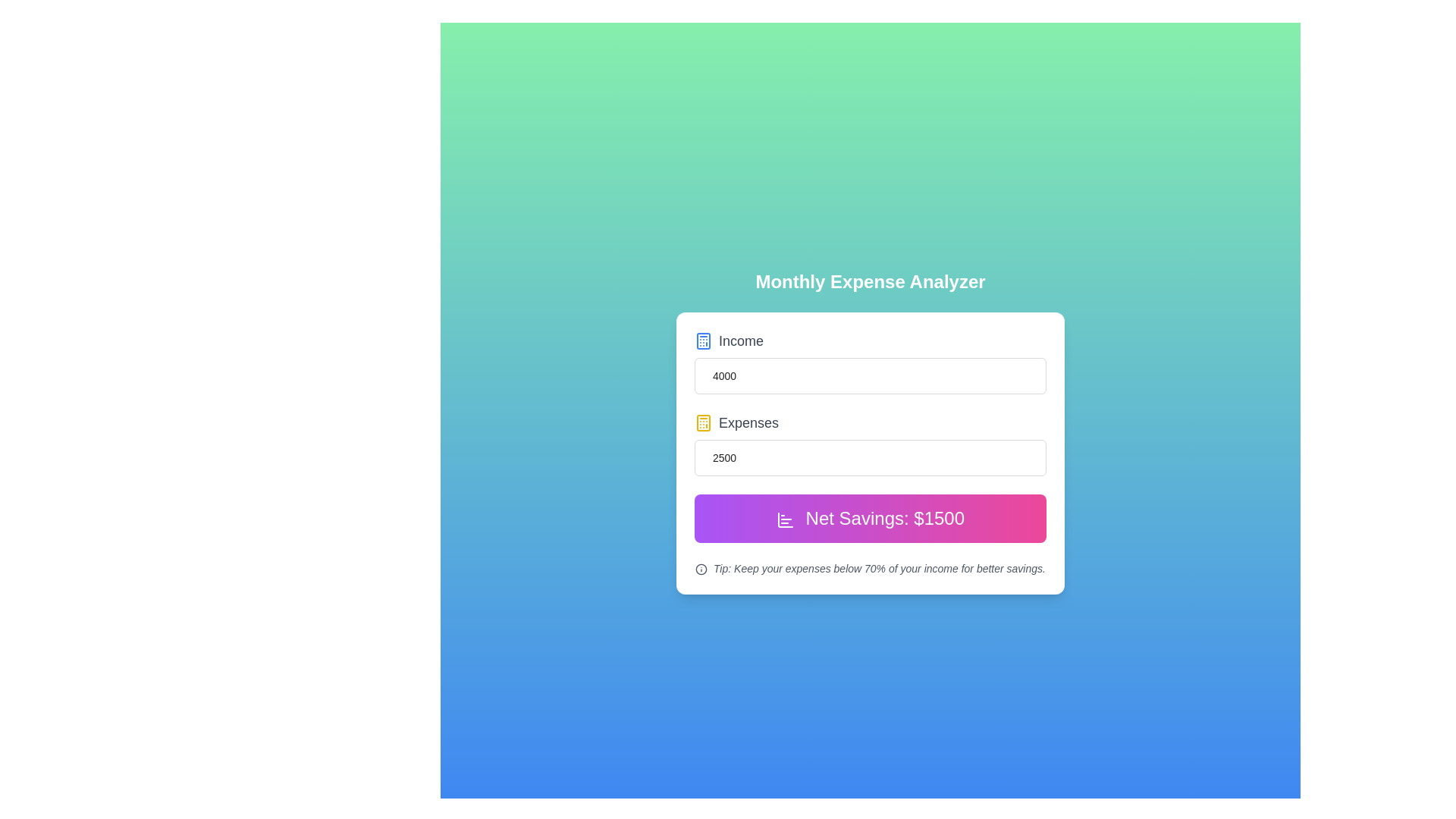  Describe the element at coordinates (1045, 466) in the screenshot. I see `the 'Decrease Value' button located below the 'Increase Value' button in the 'Expenses' control group` at that location.